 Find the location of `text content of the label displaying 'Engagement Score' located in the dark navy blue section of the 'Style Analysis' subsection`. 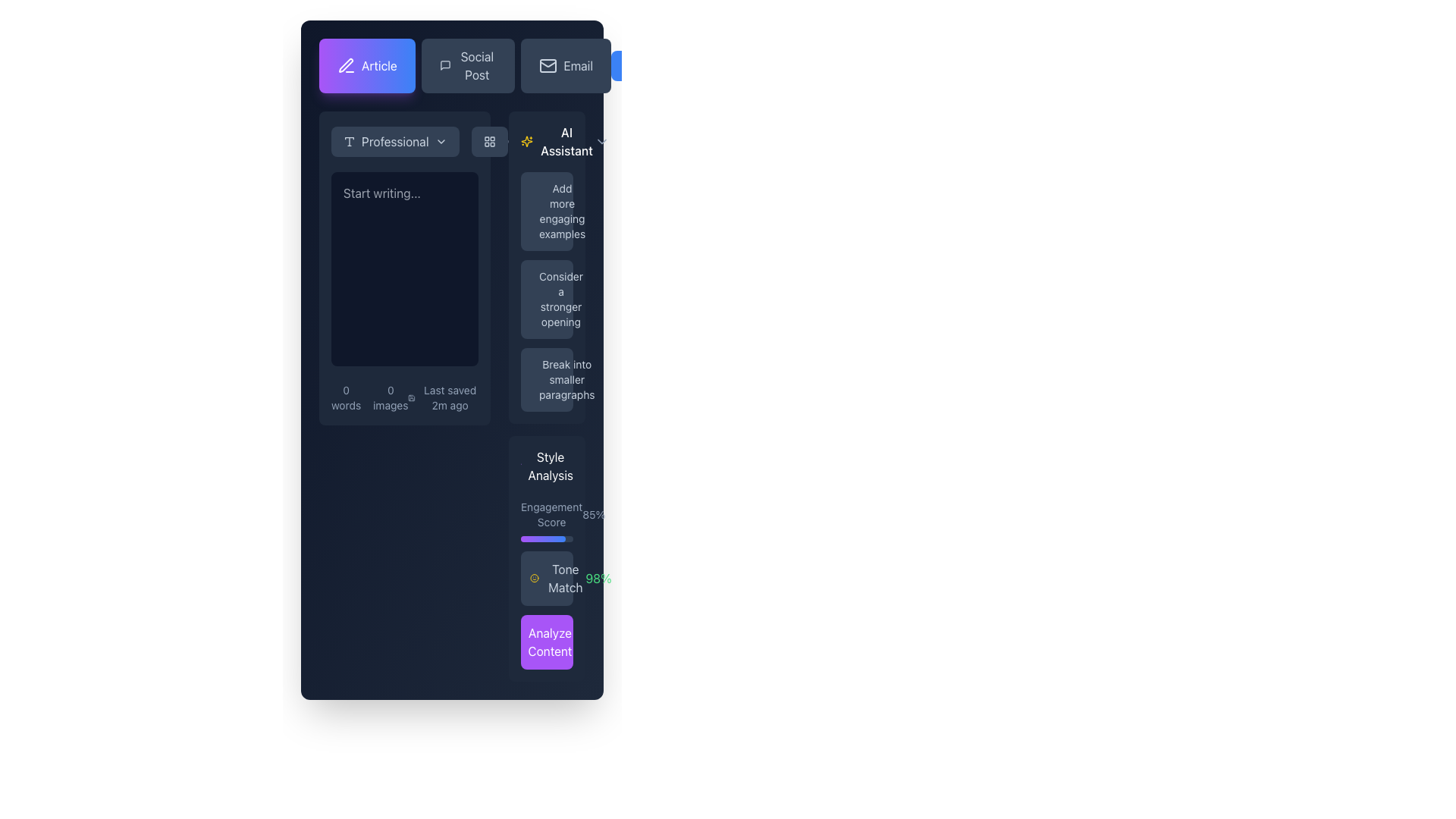

text content of the label displaying 'Engagement Score' located in the dark navy blue section of the 'Style Analysis' subsection is located at coordinates (551, 513).